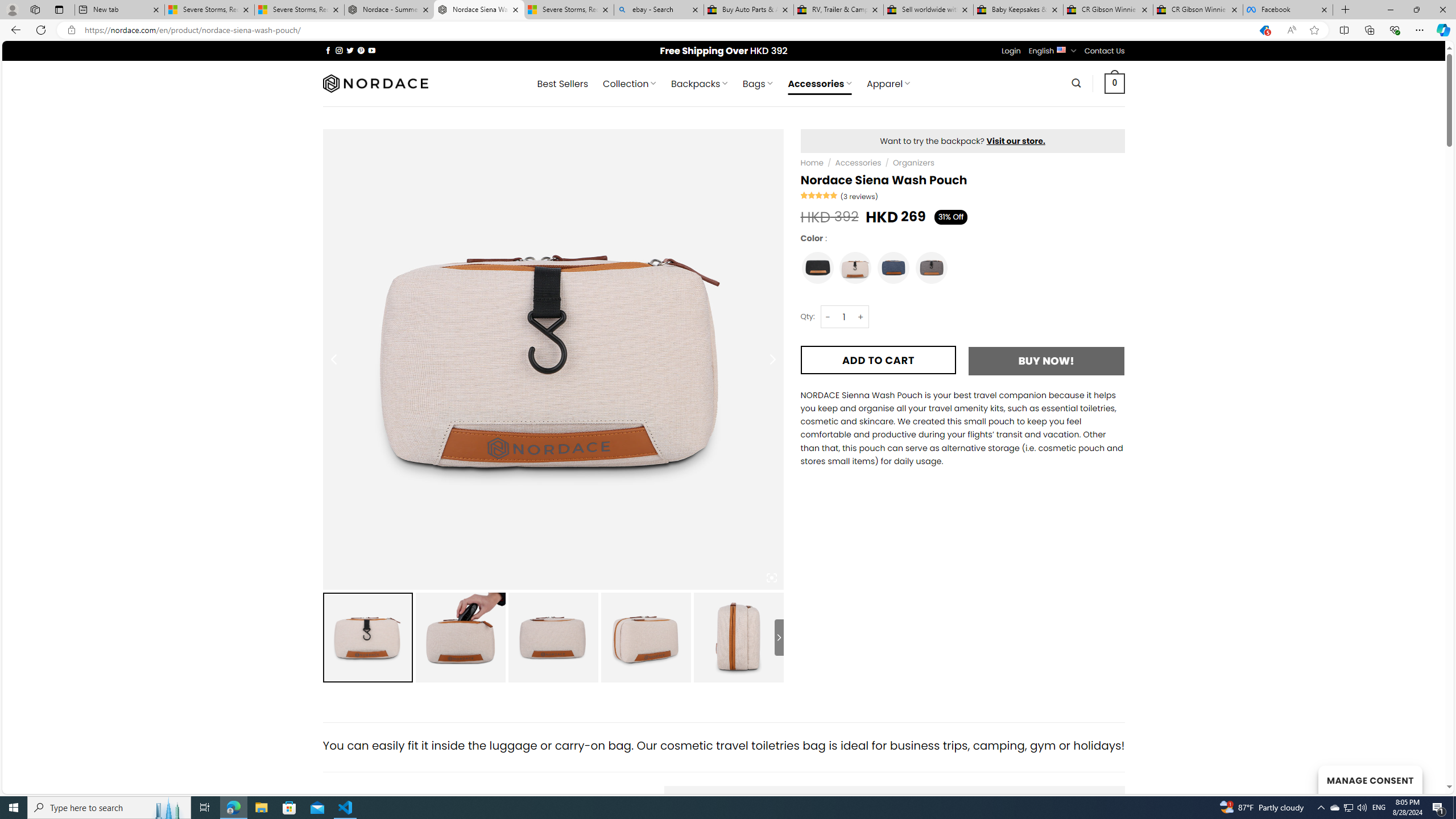 The width and height of the screenshot is (1456, 819). What do you see at coordinates (1287, 9) in the screenshot?
I see `'Facebook'` at bounding box center [1287, 9].